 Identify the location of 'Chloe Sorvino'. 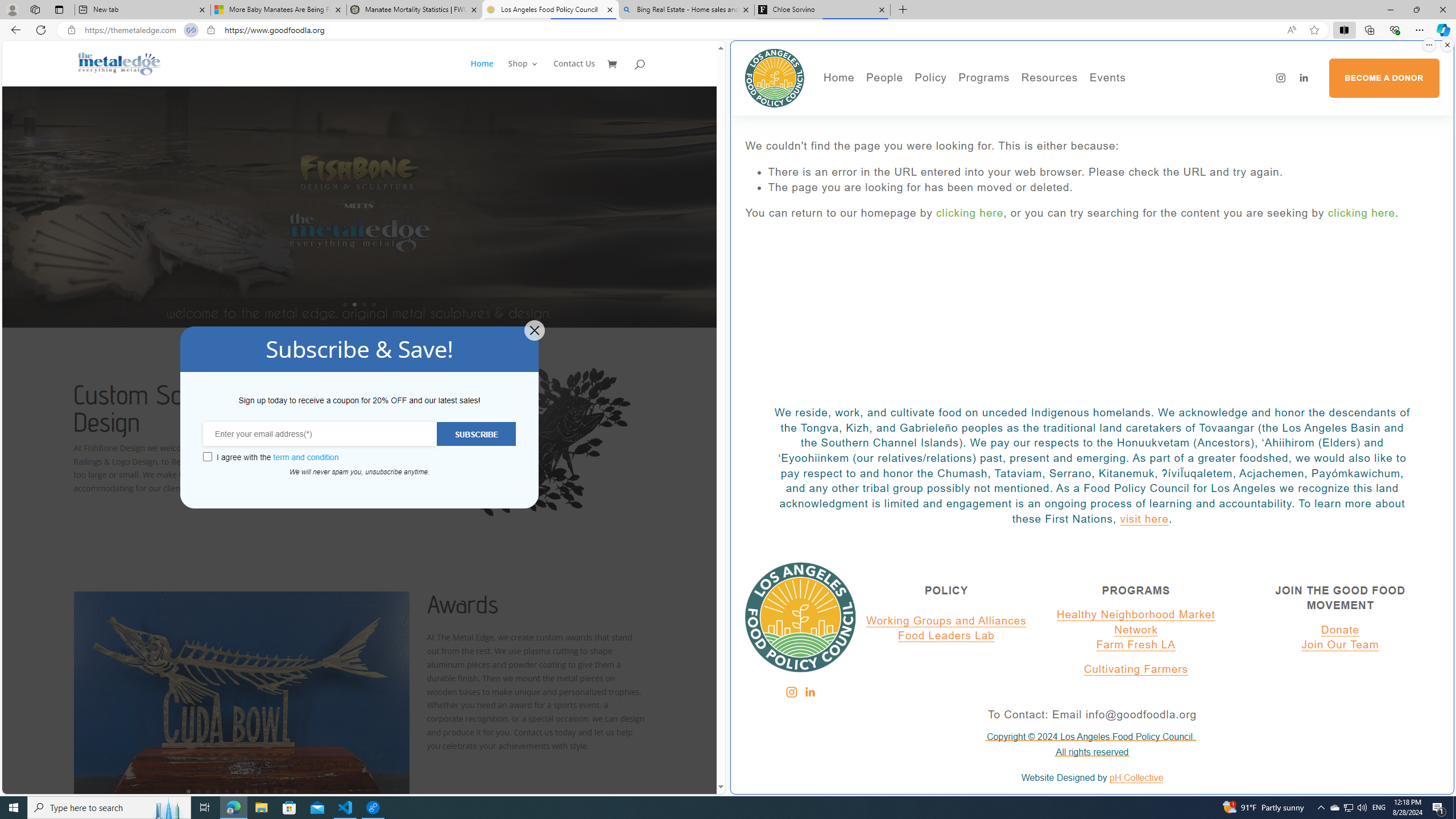
(822, 9).